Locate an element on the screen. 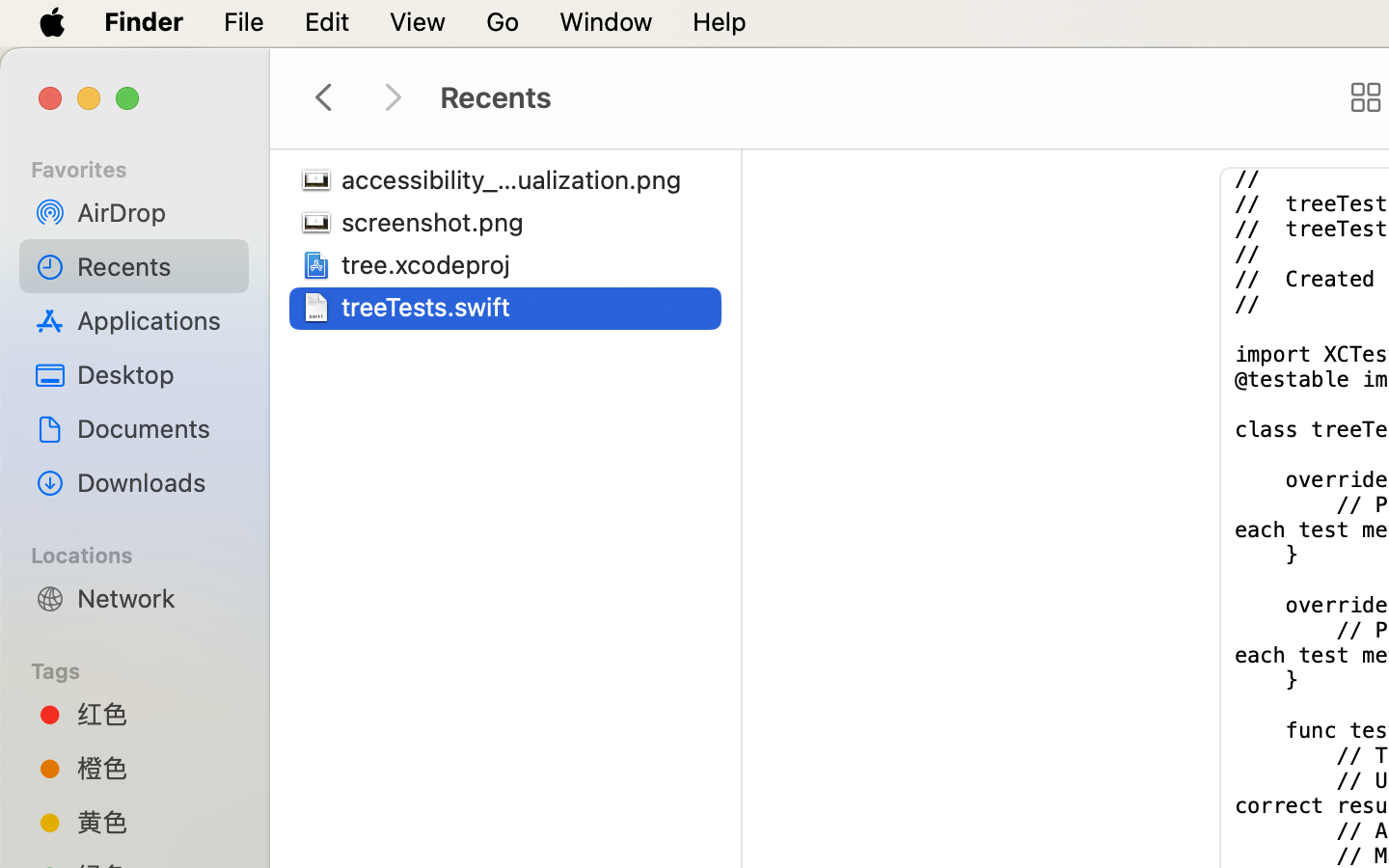  'Tags' is located at coordinates (145, 667).